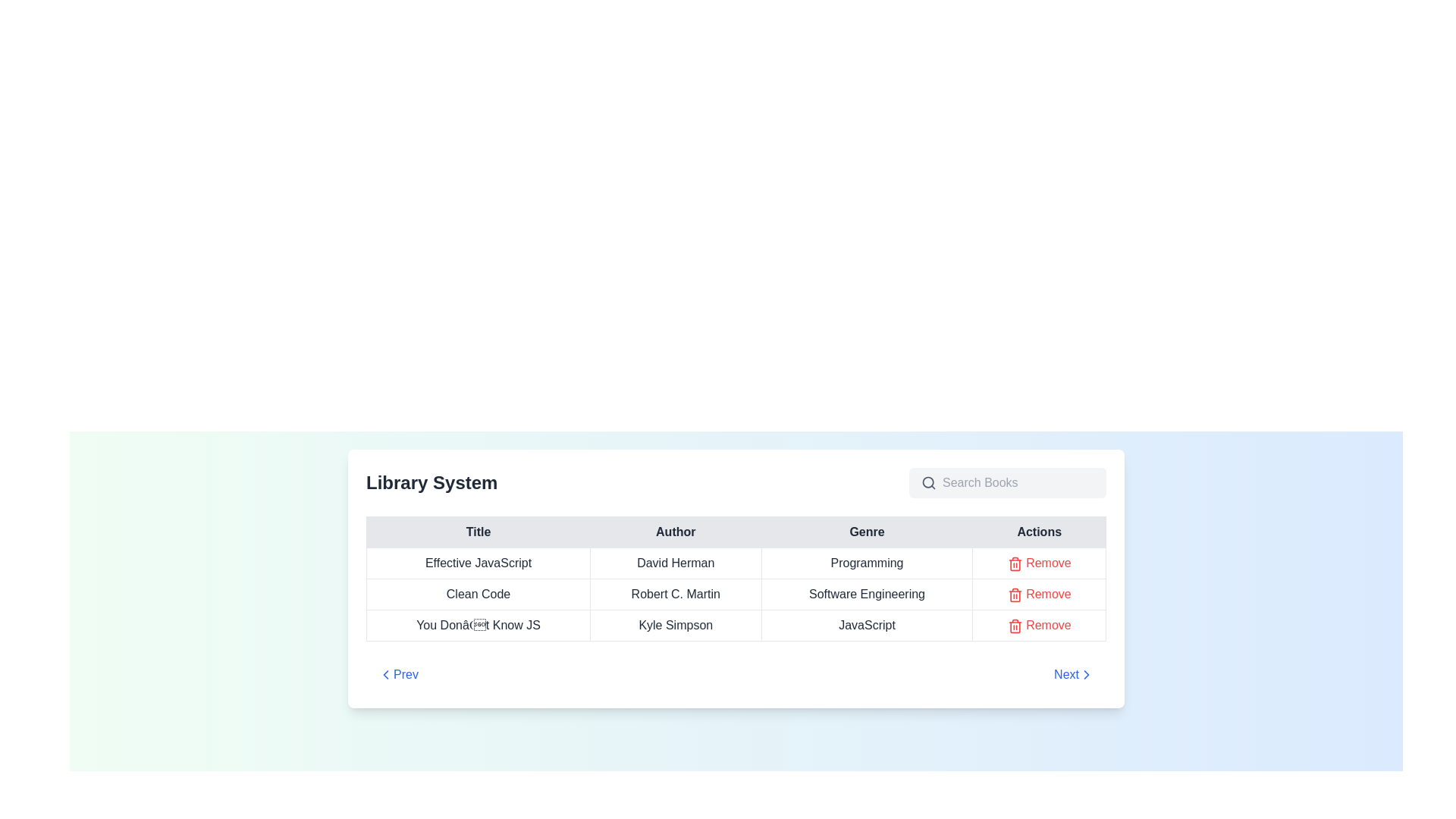 The width and height of the screenshot is (1456, 819). What do you see at coordinates (1038, 563) in the screenshot?
I see `the first 'Remove' button associated with the book titled 'Effective JavaScript', which is a bold red button with a trash can icon on the left` at bounding box center [1038, 563].